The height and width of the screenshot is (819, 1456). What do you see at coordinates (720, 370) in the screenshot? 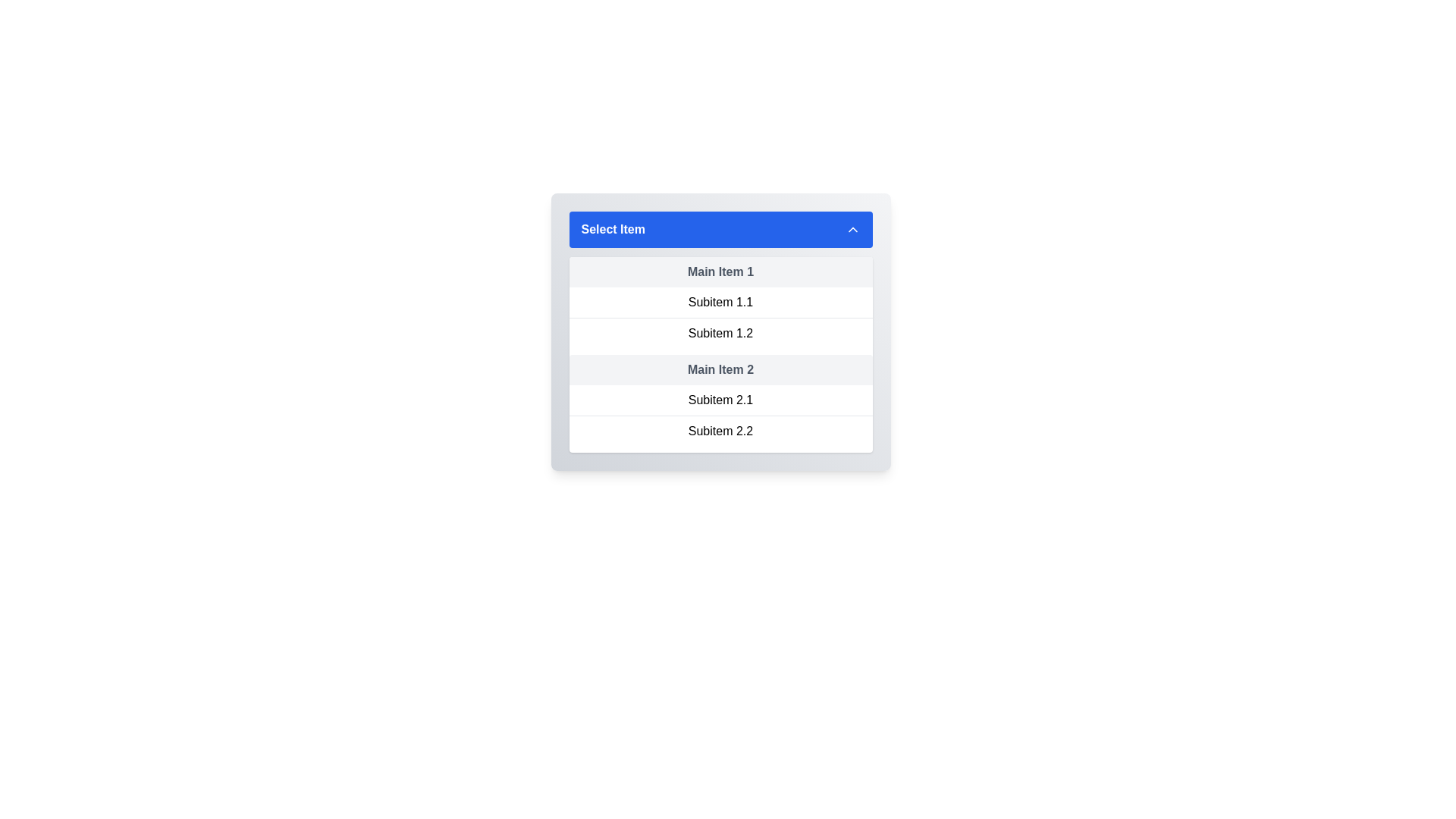
I see `the static label functioning as a header, positioned as the third primary item in the dropdown-like structure beneath 'Select Item'` at bounding box center [720, 370].